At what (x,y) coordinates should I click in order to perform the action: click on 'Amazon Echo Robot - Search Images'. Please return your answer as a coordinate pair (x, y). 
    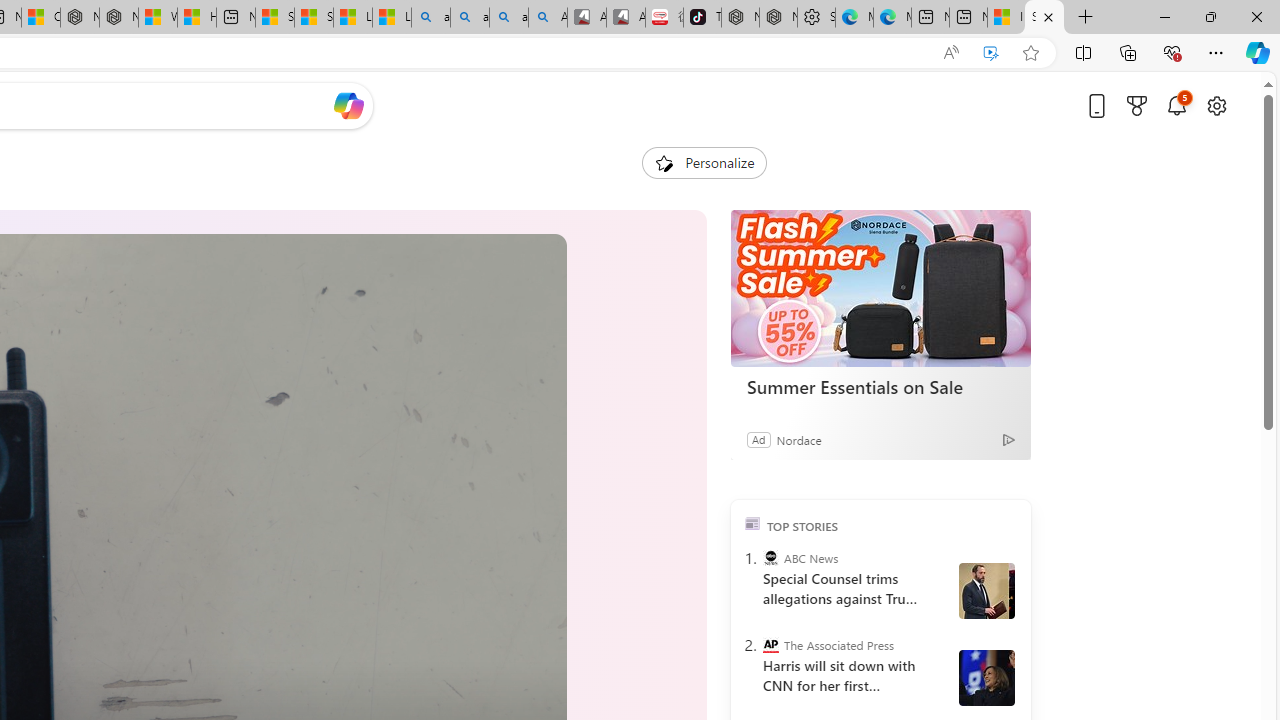
    Looking at the image, I should click on (547, 17).